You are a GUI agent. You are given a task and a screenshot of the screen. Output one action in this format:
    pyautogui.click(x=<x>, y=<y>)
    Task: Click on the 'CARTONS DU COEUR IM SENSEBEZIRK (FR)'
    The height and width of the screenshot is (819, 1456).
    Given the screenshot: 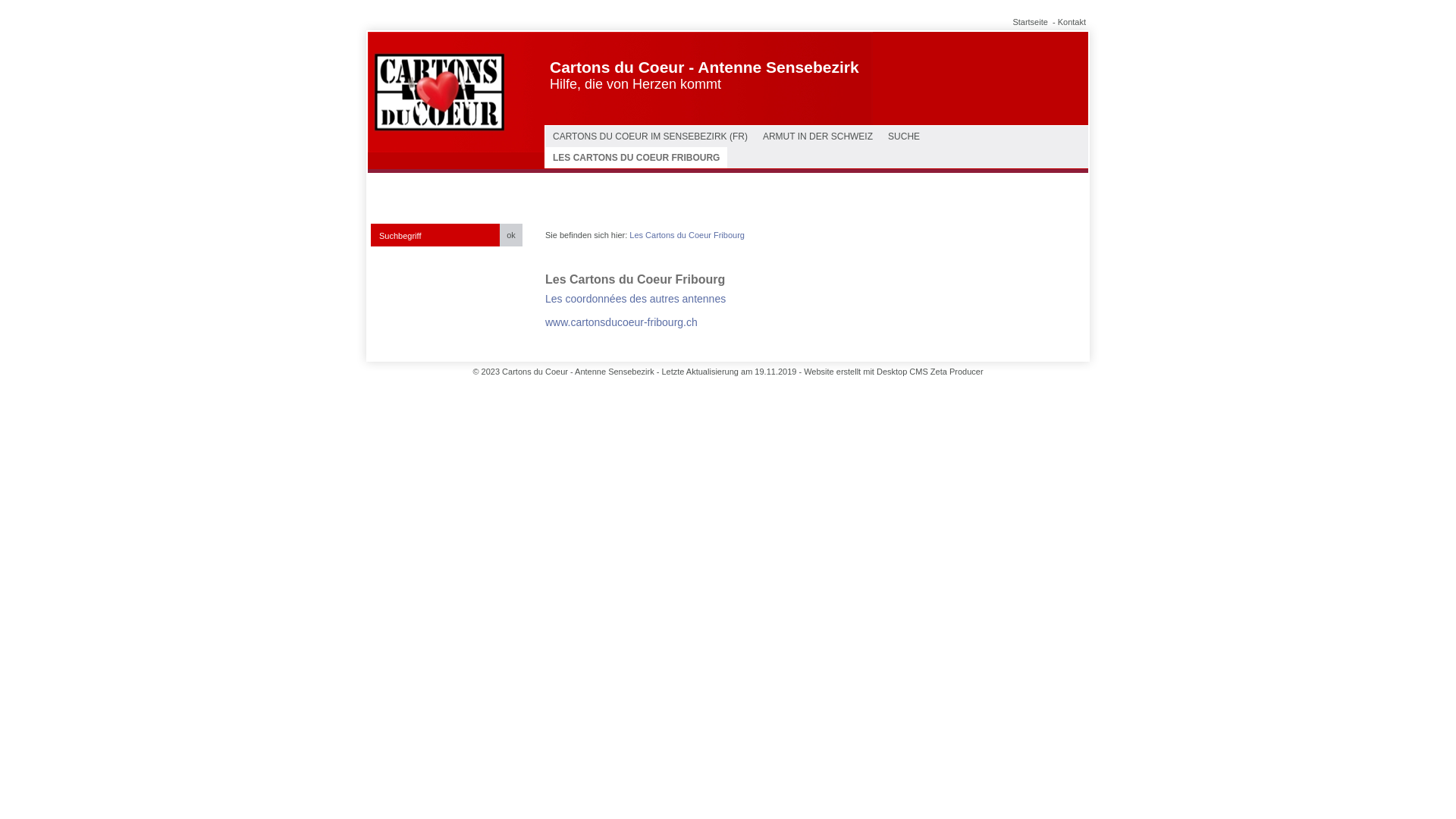 What is the action you would take?
    pyautogui.click(x=650, y=136)
    